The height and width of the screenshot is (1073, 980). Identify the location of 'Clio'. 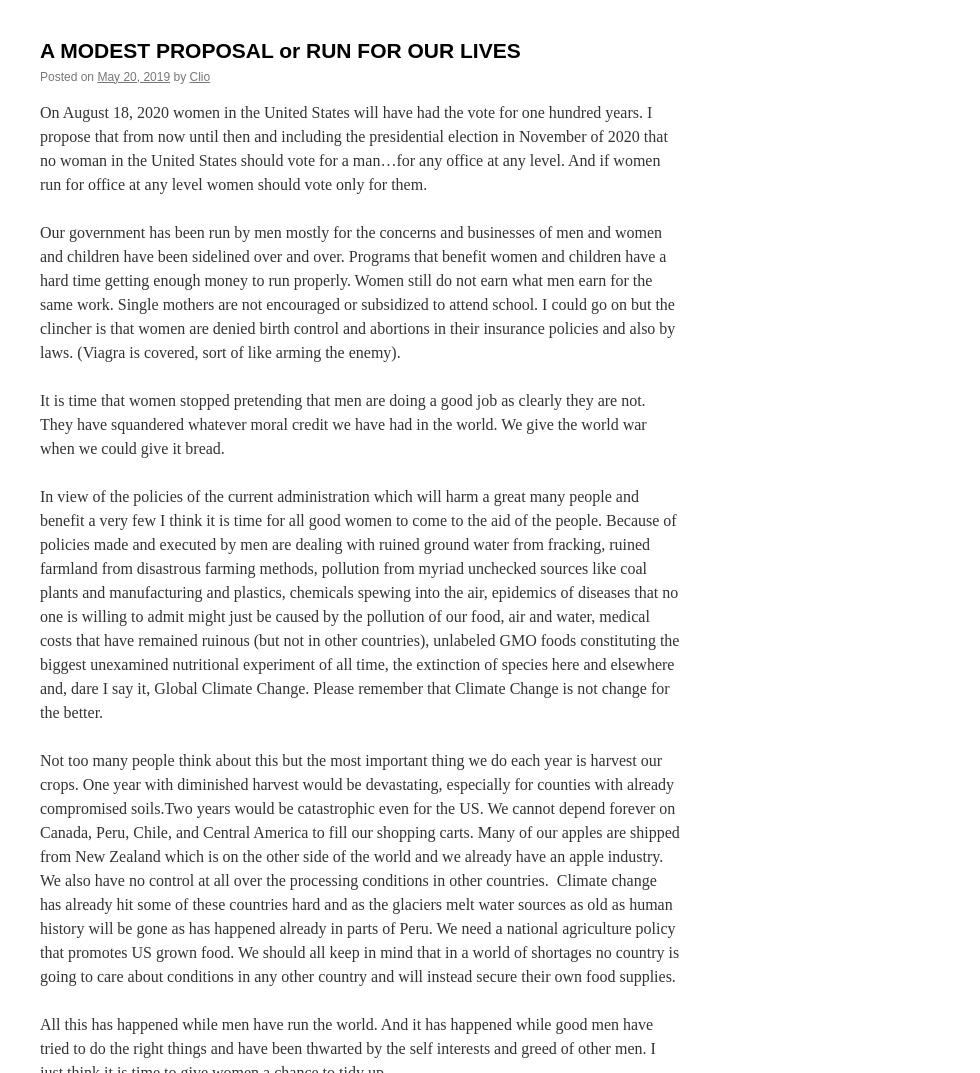
(189, 75).